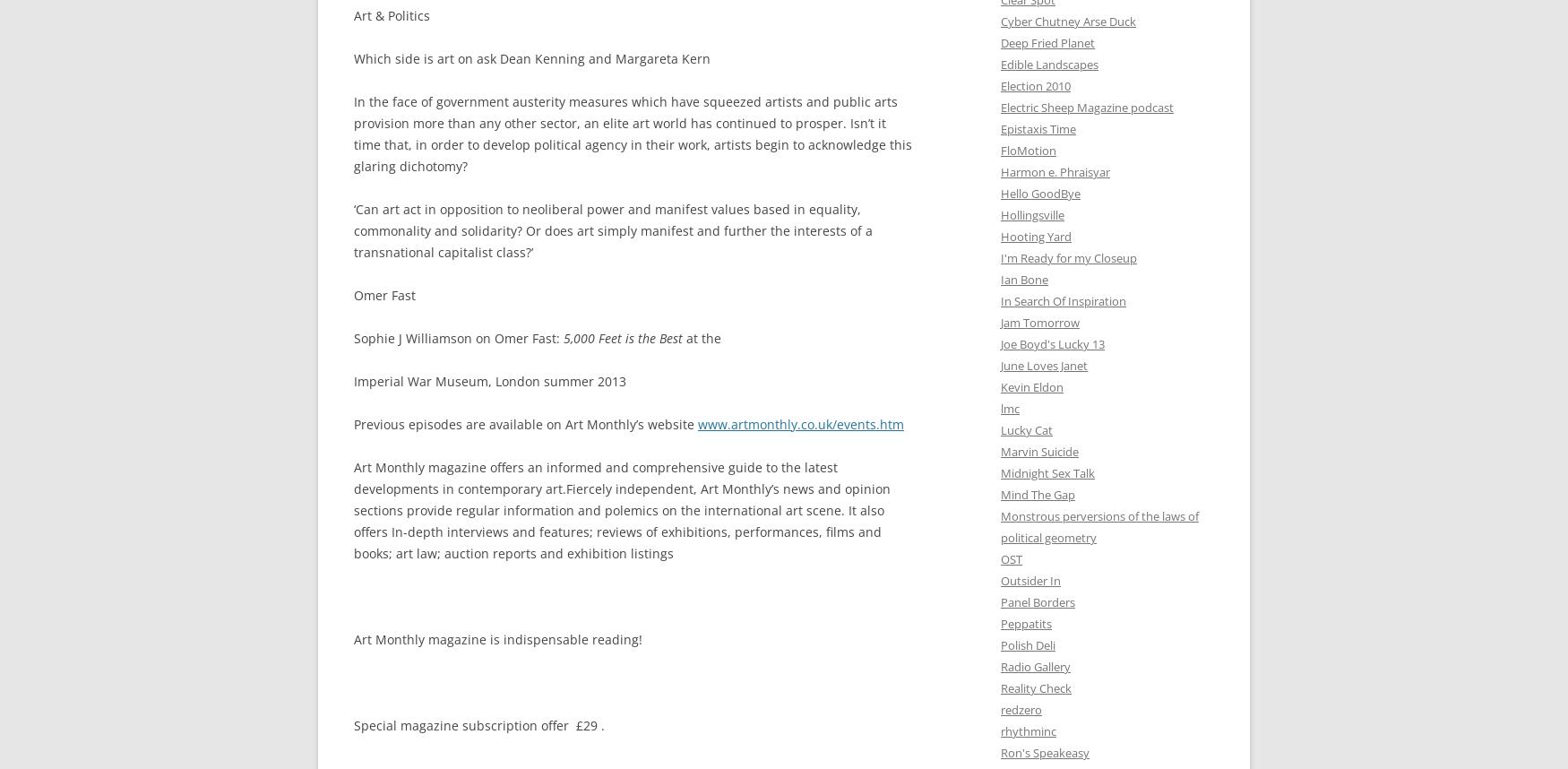 This screenshot has height=769, width=1568. Describe the element at coordinates (1037, 601) in the screenshot. I see `'Panel Borders'` at that location.